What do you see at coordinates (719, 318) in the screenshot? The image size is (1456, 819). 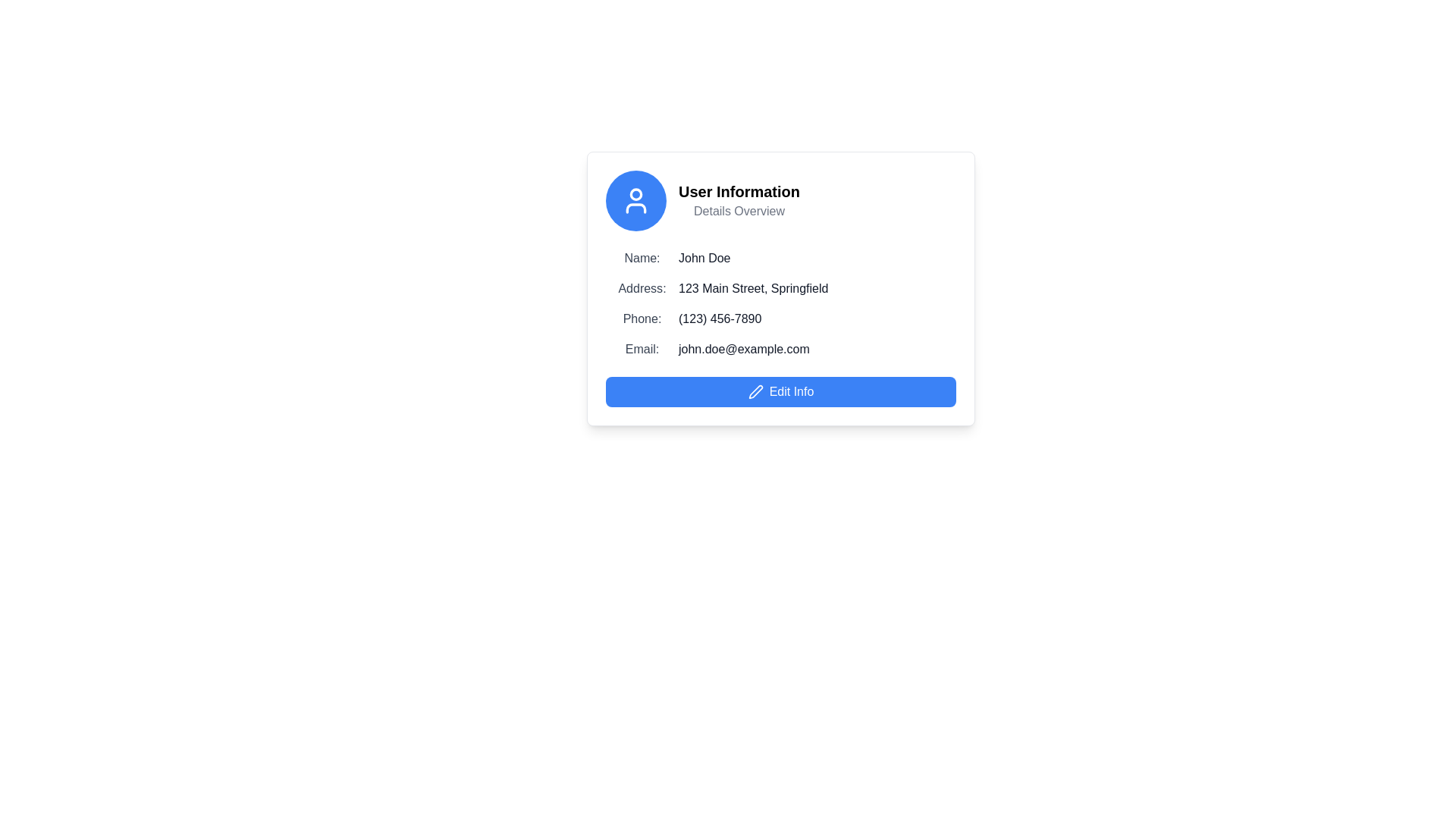 I see `phone number displayed next to the label 'Phone:' in the card layout` at bounding box center [719, 318].